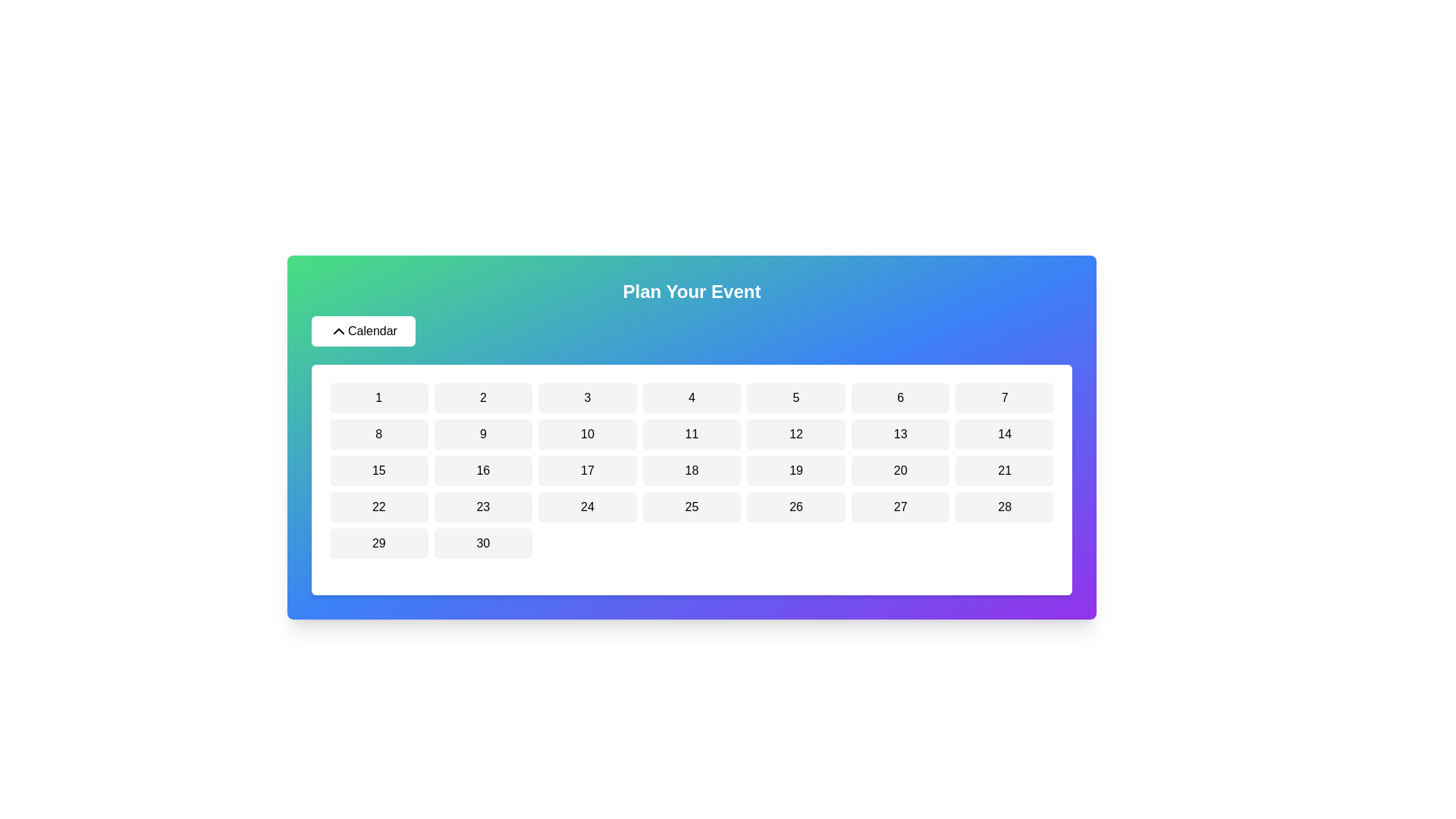  I want to click on the upward-pointing chevron icon inside the 'Calendar' button, so click(337, 330).